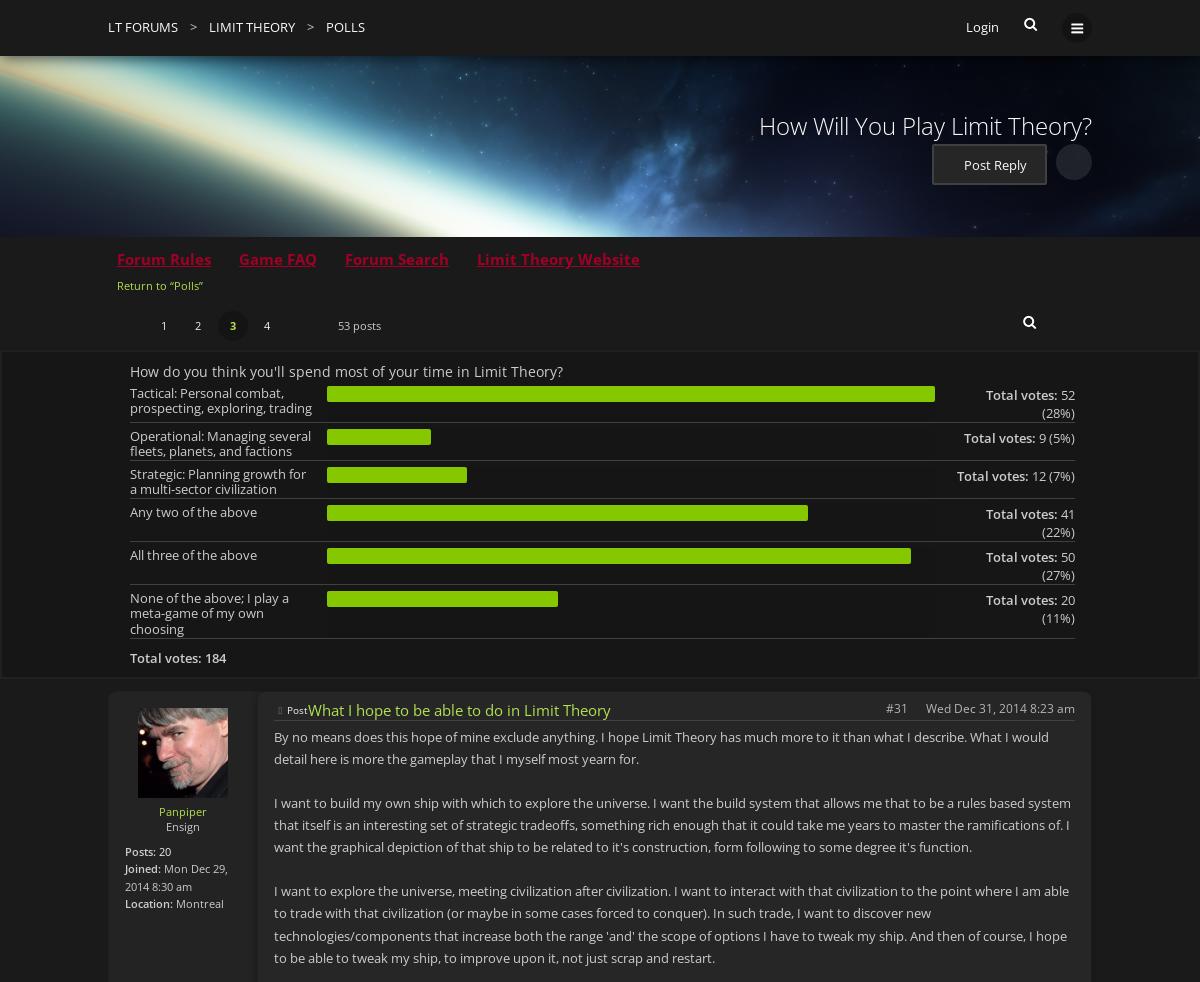  I want to click on 'Login', so click(982, 26).